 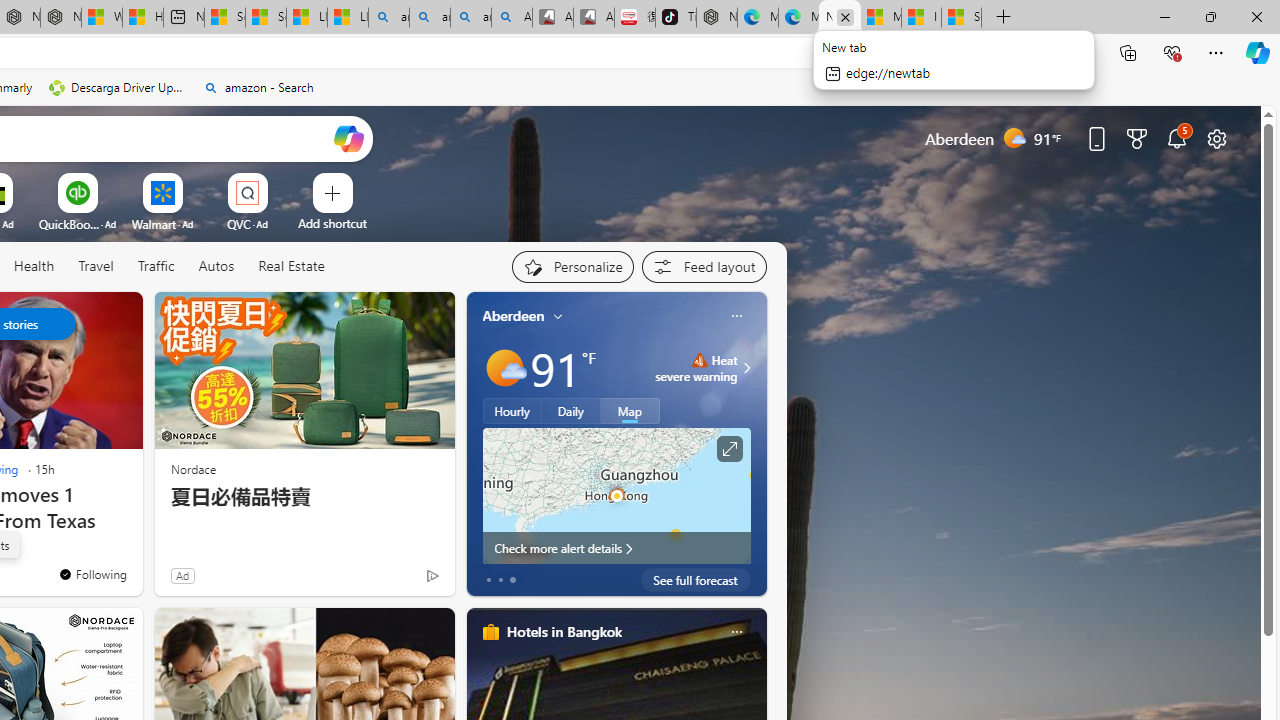 I want to click on 'Microsoft rewards', so click(x=1137, y=137).